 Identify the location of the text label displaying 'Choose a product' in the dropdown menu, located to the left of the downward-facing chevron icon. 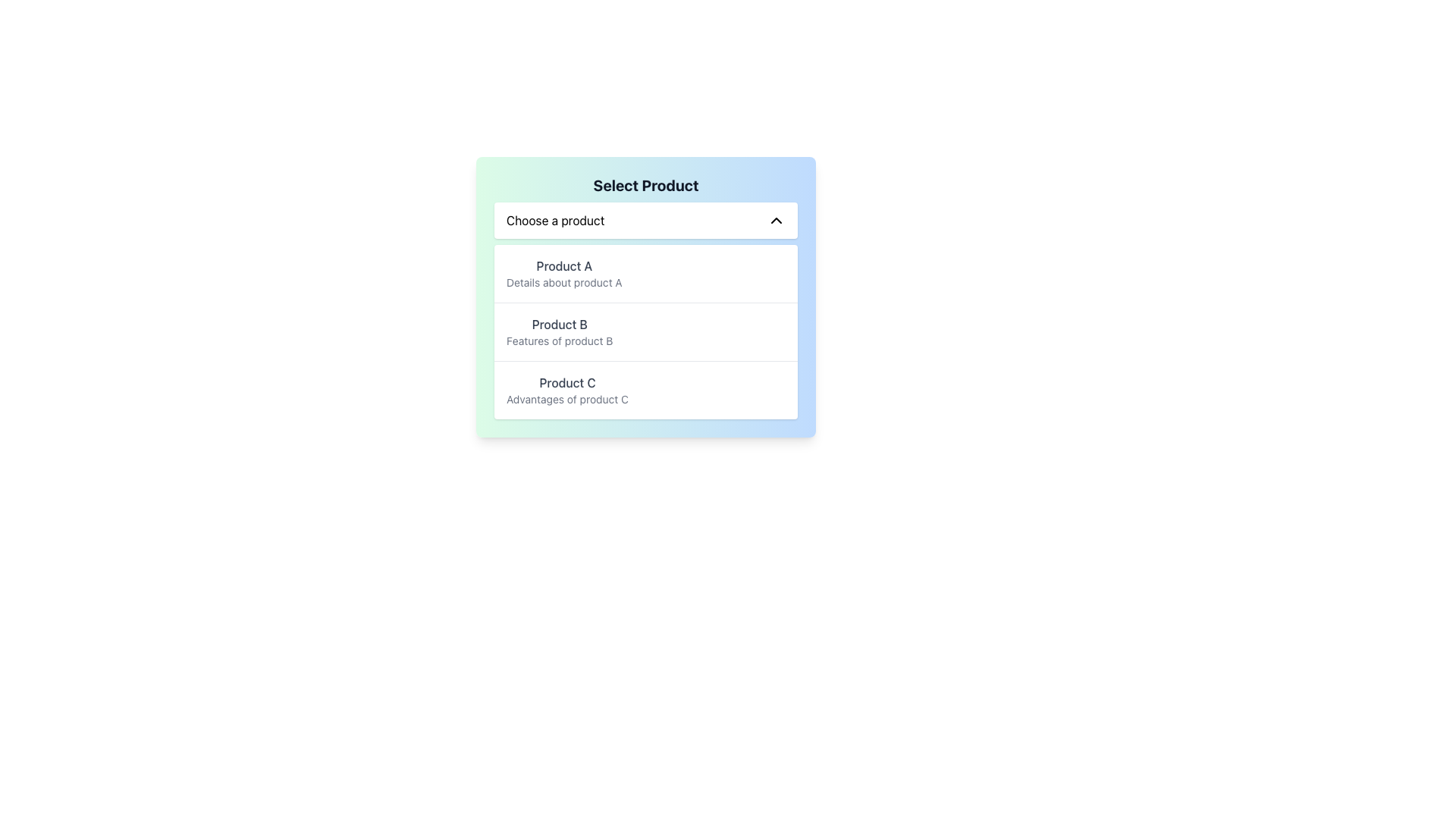
(554, 220).